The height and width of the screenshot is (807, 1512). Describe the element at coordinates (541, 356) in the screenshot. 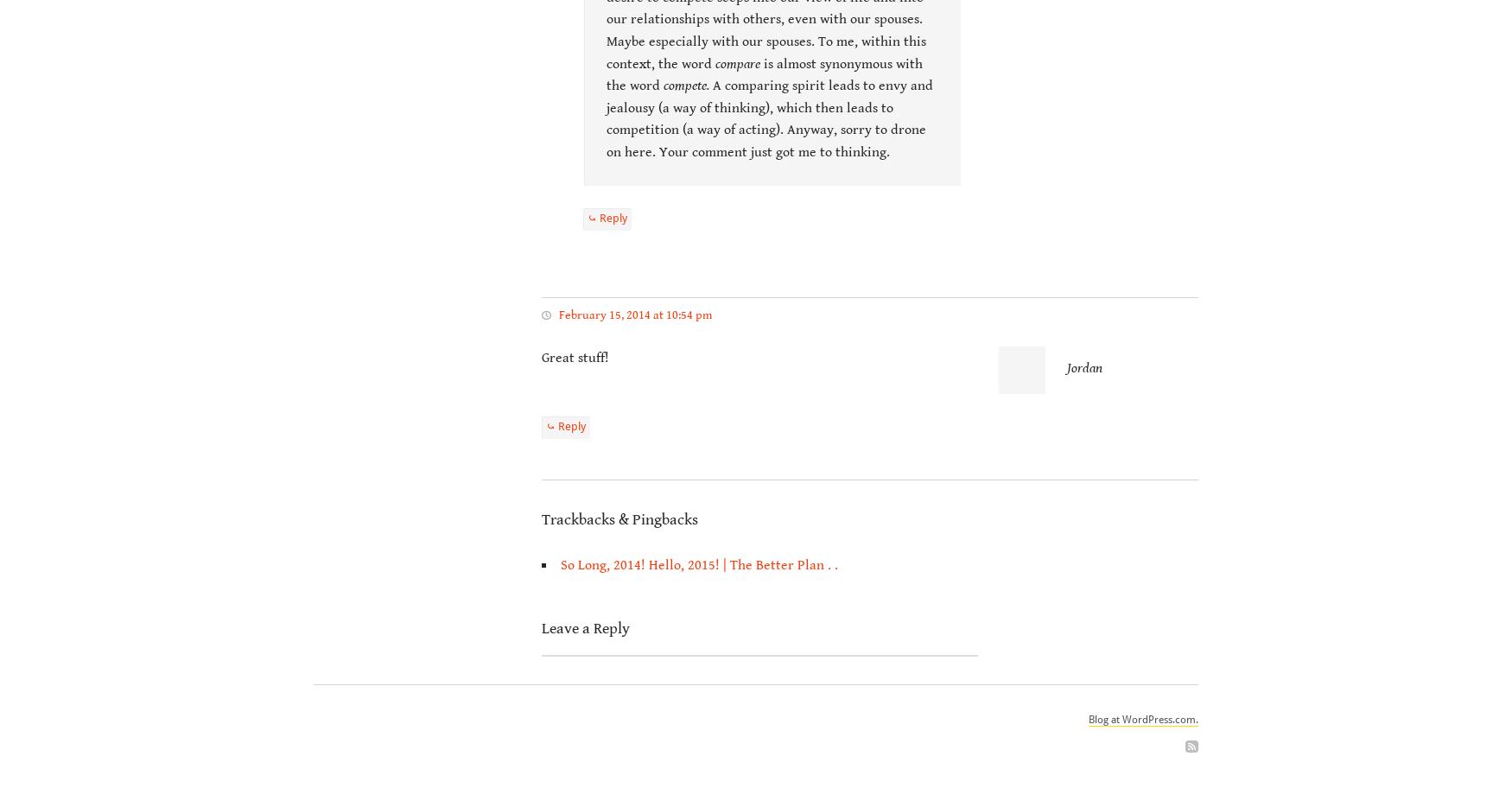

I see `'Great stuff!'` at that location.